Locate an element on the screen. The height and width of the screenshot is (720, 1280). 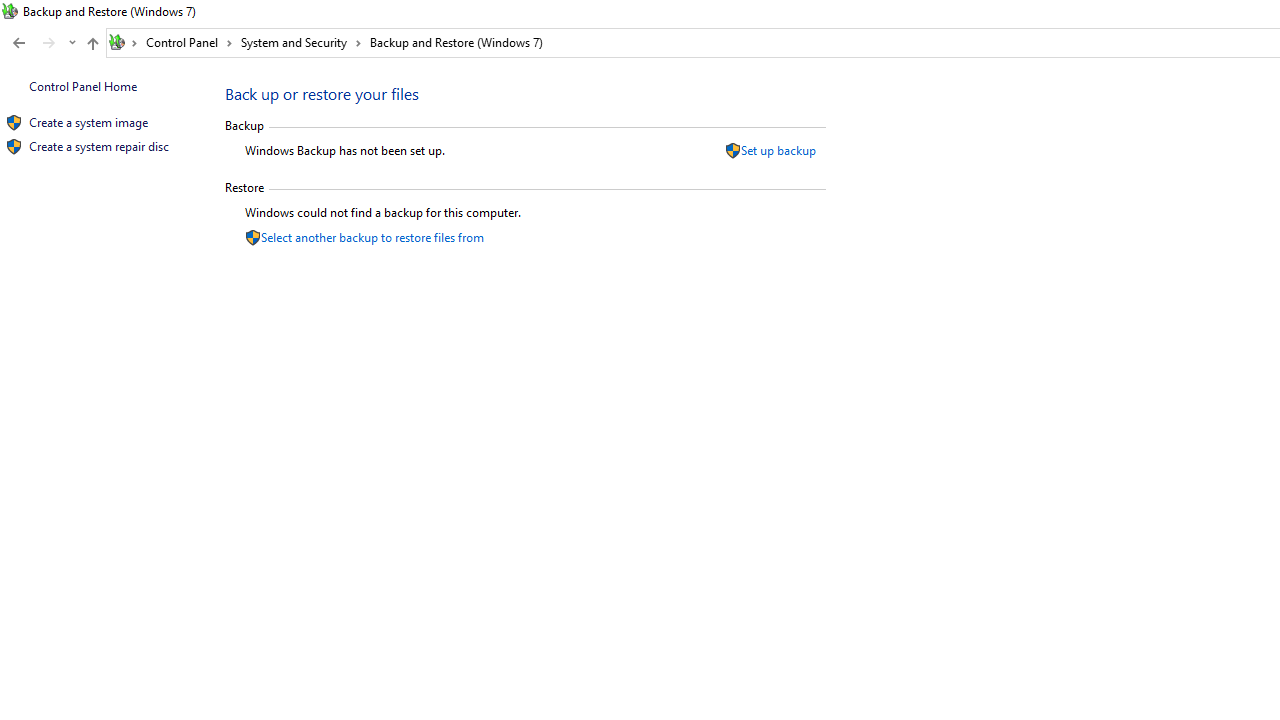
'Up to "System and Security" (Alt + Up Arrow)' is located at coordinates (91, 43).